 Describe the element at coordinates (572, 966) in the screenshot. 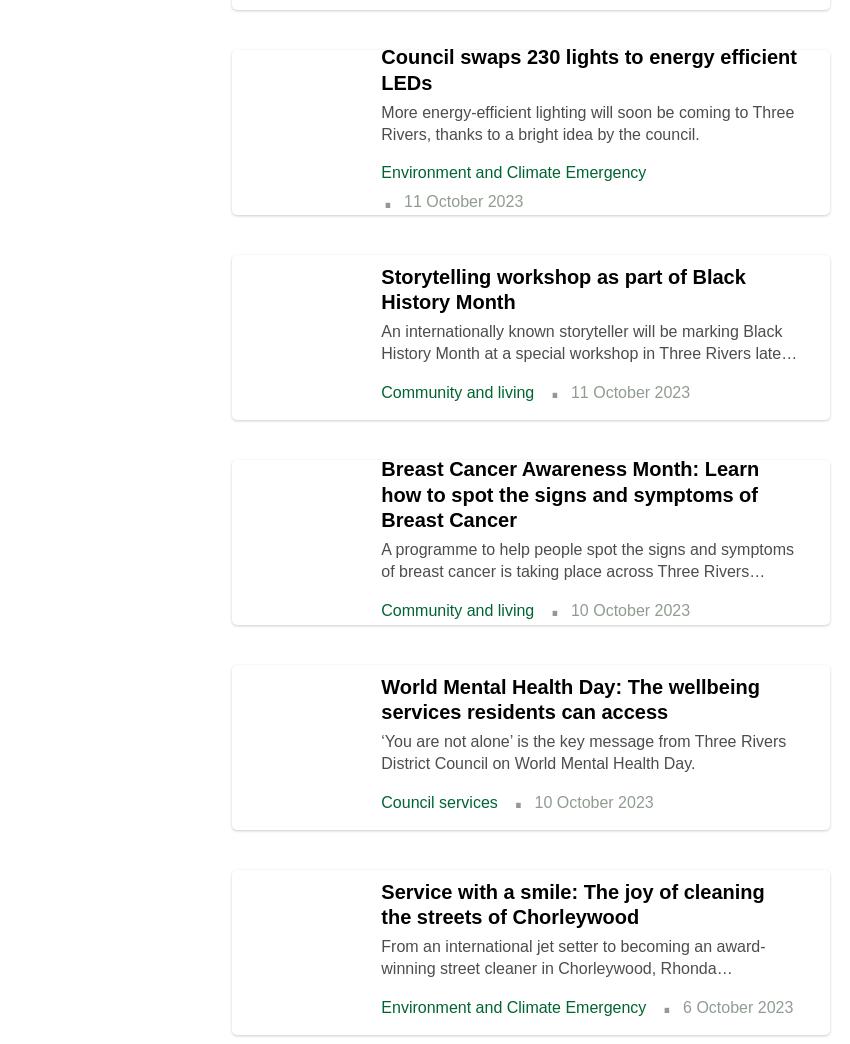

I see `'From an international jet setter to becoming an award-winning street cleaner in Chorleywood, Rhonda Vanderwood has an interesting story to tell.'` at that location.